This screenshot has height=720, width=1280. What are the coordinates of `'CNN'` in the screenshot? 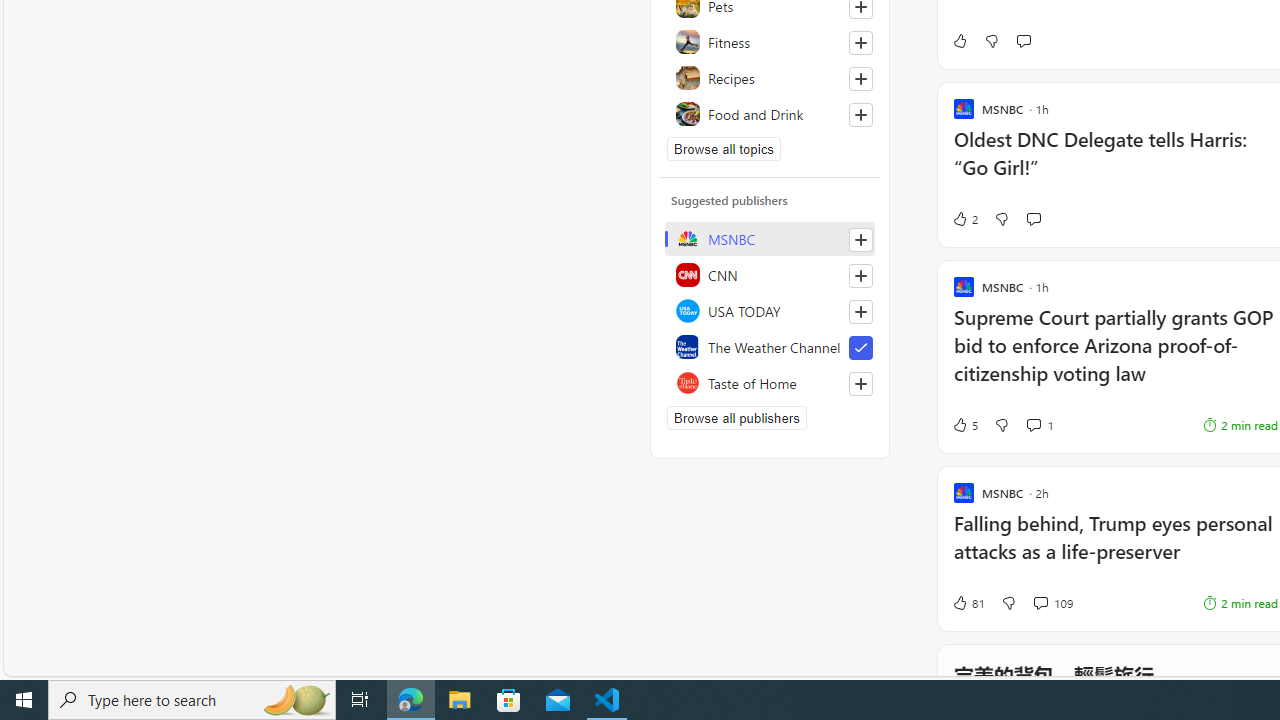 It's located at (769, 275).